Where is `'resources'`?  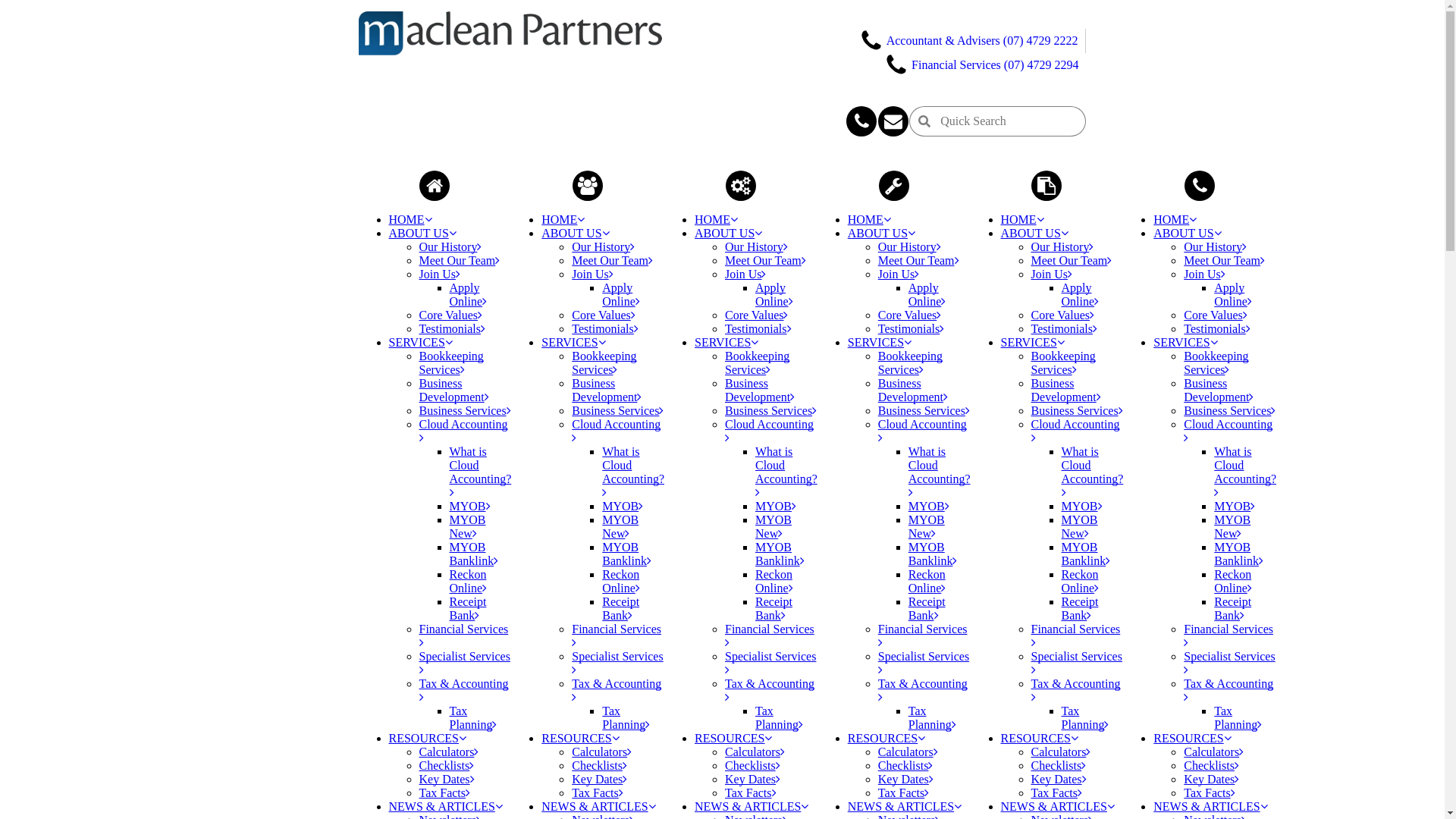 'resources' is located at coordinates (894, 185).